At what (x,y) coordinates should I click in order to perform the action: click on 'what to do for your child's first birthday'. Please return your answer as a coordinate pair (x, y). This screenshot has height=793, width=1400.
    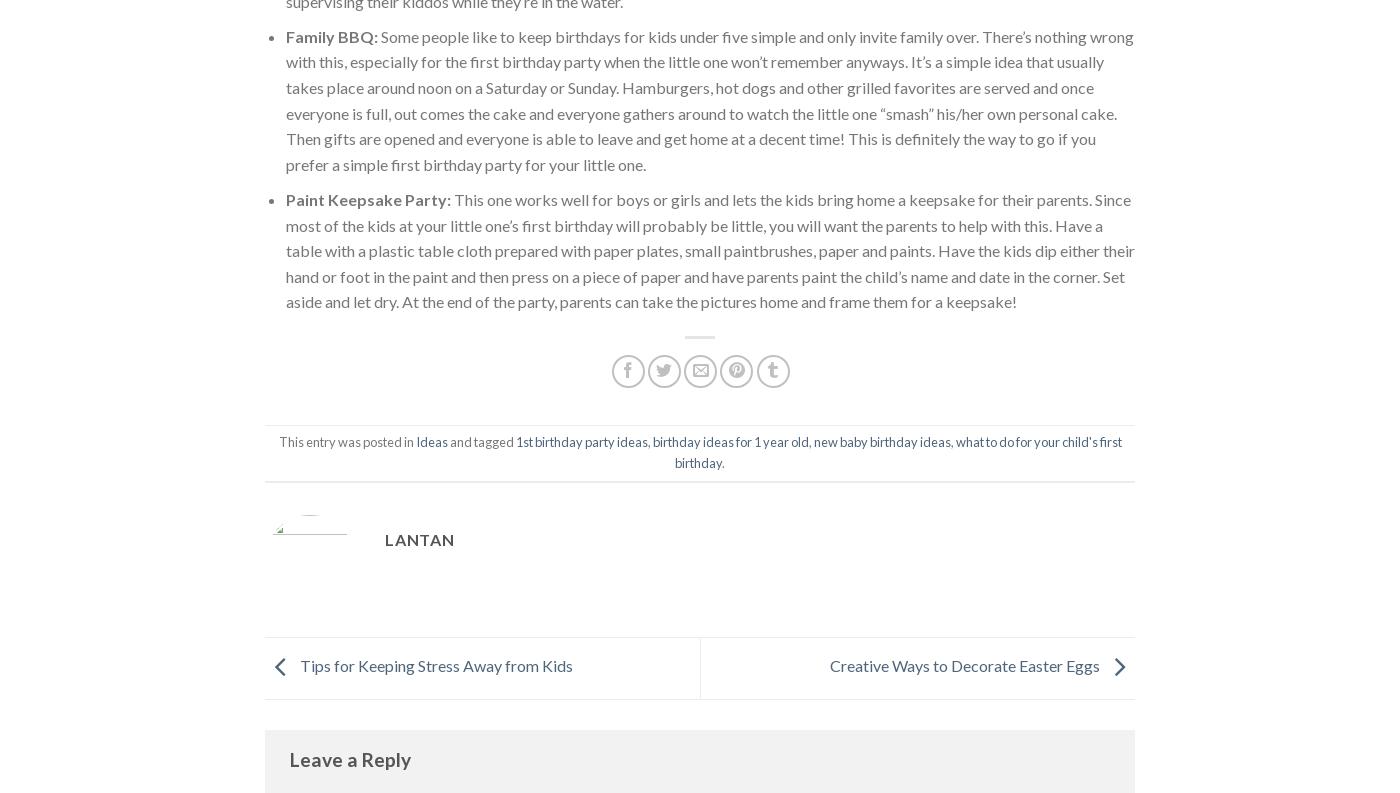
    Looking at the image, I should click on (897, 451).